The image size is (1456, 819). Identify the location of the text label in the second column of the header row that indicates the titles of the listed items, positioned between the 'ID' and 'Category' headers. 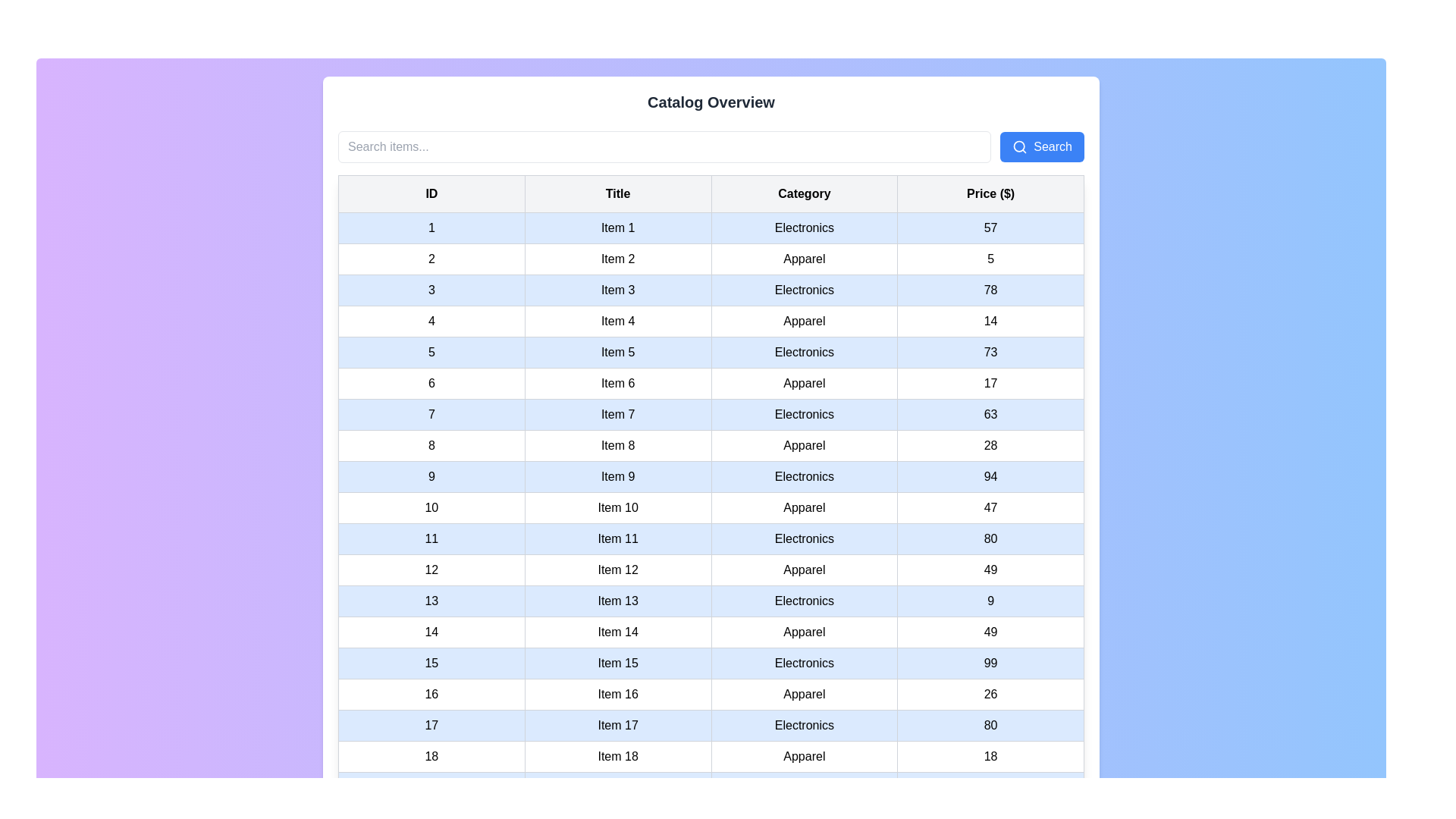
(618, 193).